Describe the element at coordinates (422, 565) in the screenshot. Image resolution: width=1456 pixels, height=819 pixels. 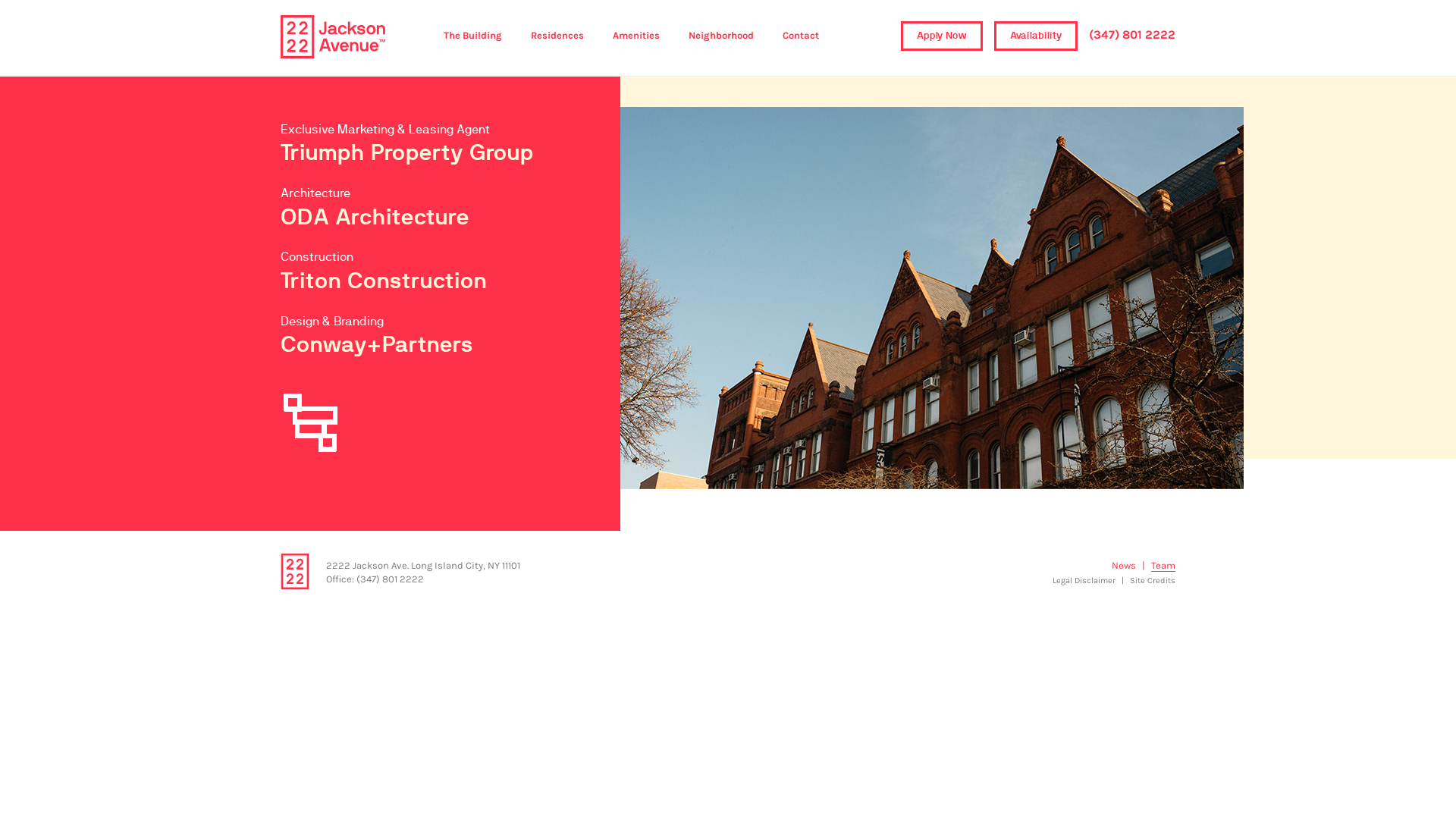
I see `'2222 Jackson Ave. Long Island City, NY 11101'` at that location.